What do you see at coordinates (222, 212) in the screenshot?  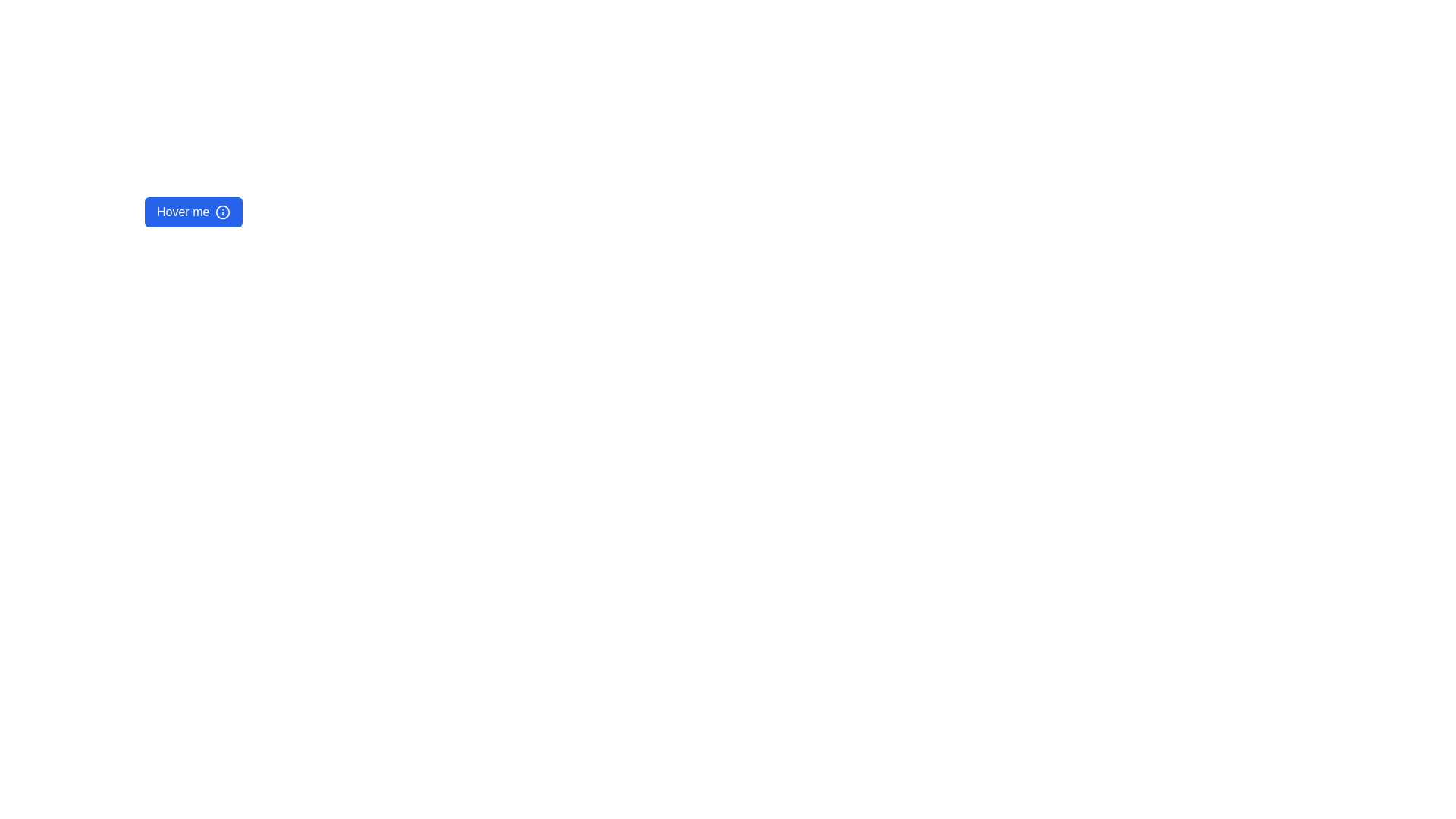 I see `the information icon located within the blue button to the right of the text 'Hover me'` at bounding box center [222, 212].